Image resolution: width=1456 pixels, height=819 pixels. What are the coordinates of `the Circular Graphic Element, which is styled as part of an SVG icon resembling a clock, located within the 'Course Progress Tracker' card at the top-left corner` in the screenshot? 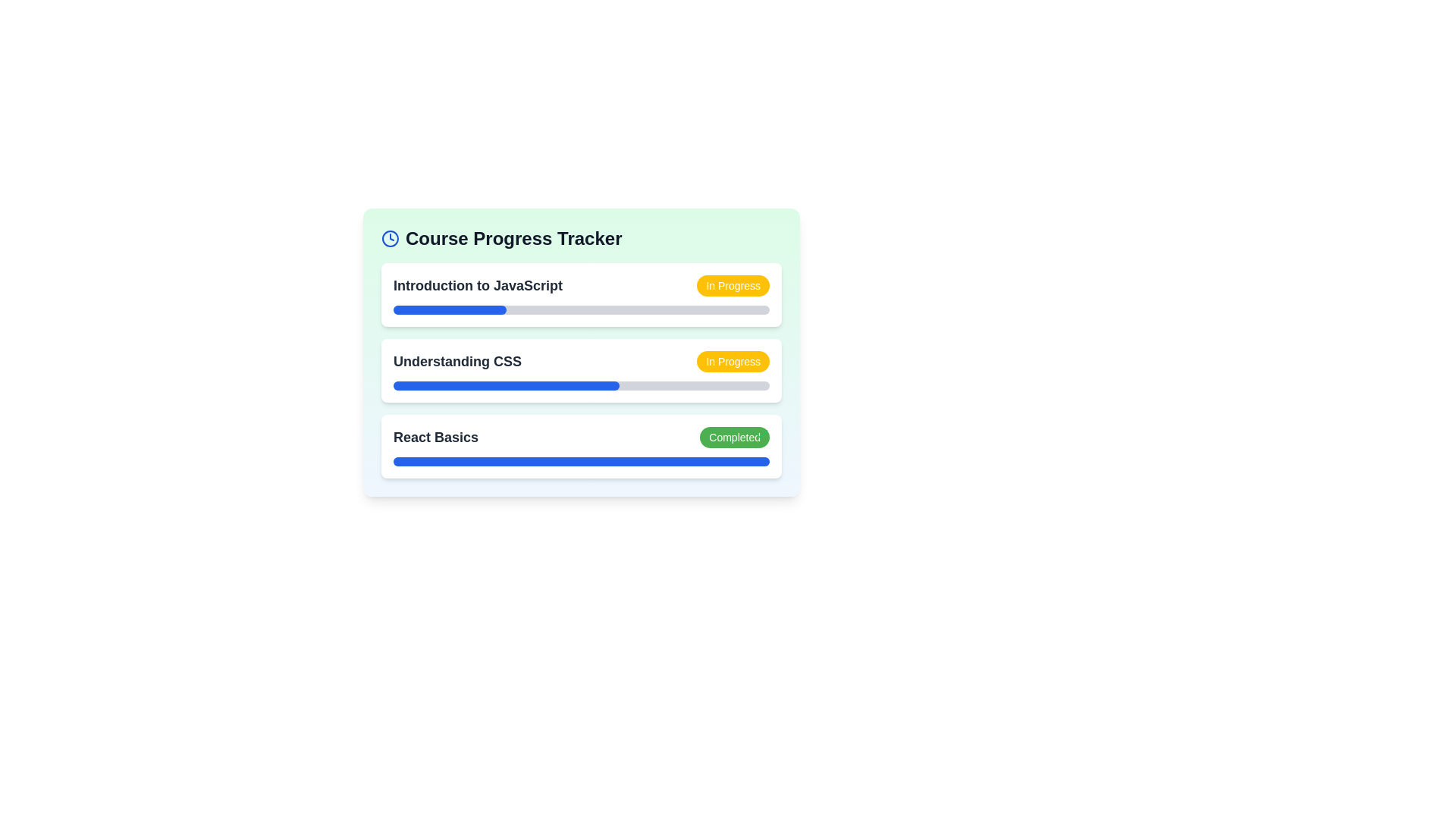 It's located at (390, 239).